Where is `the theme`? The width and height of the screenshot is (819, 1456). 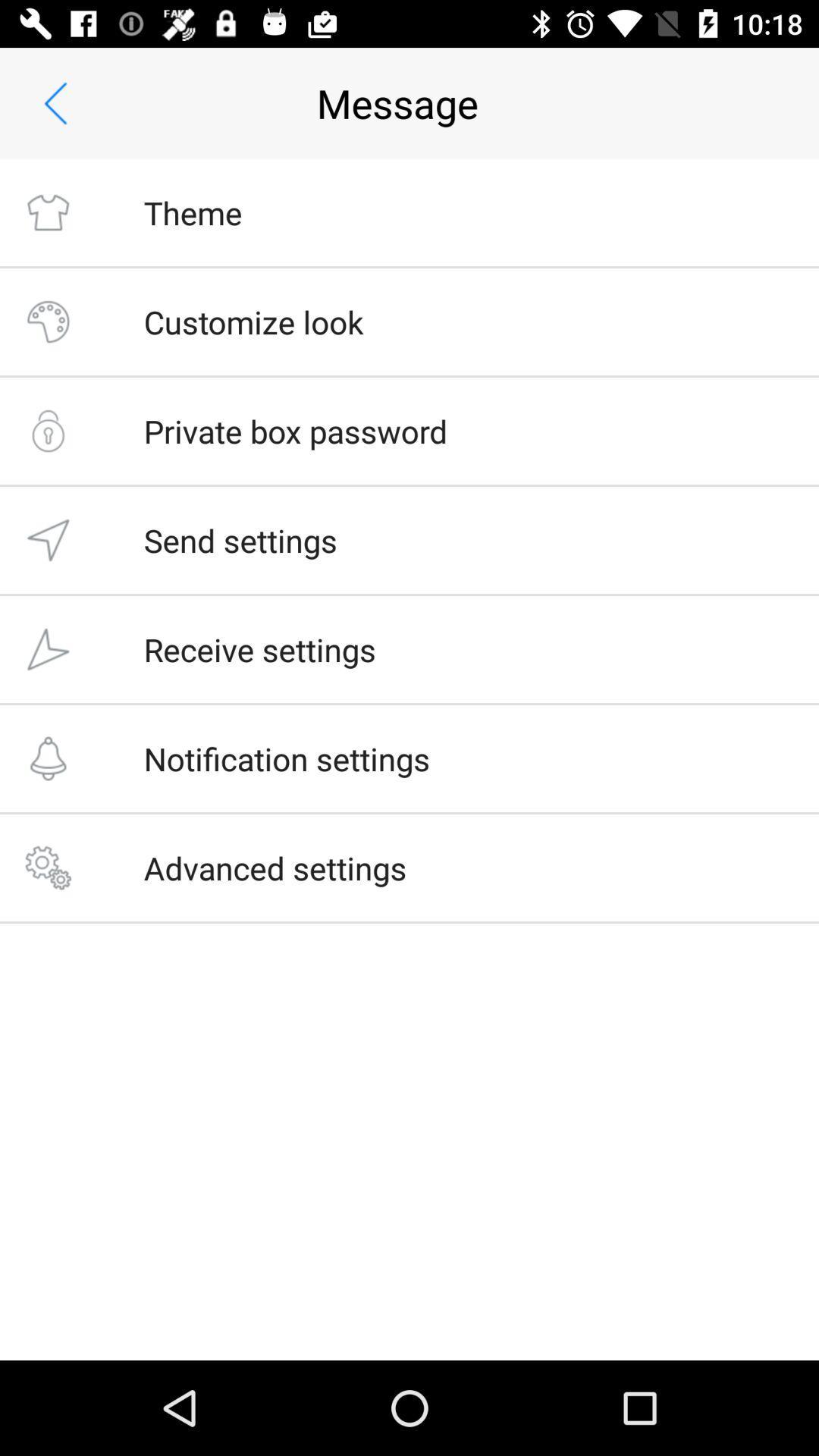
the theme is located at coordinates (192, 212).